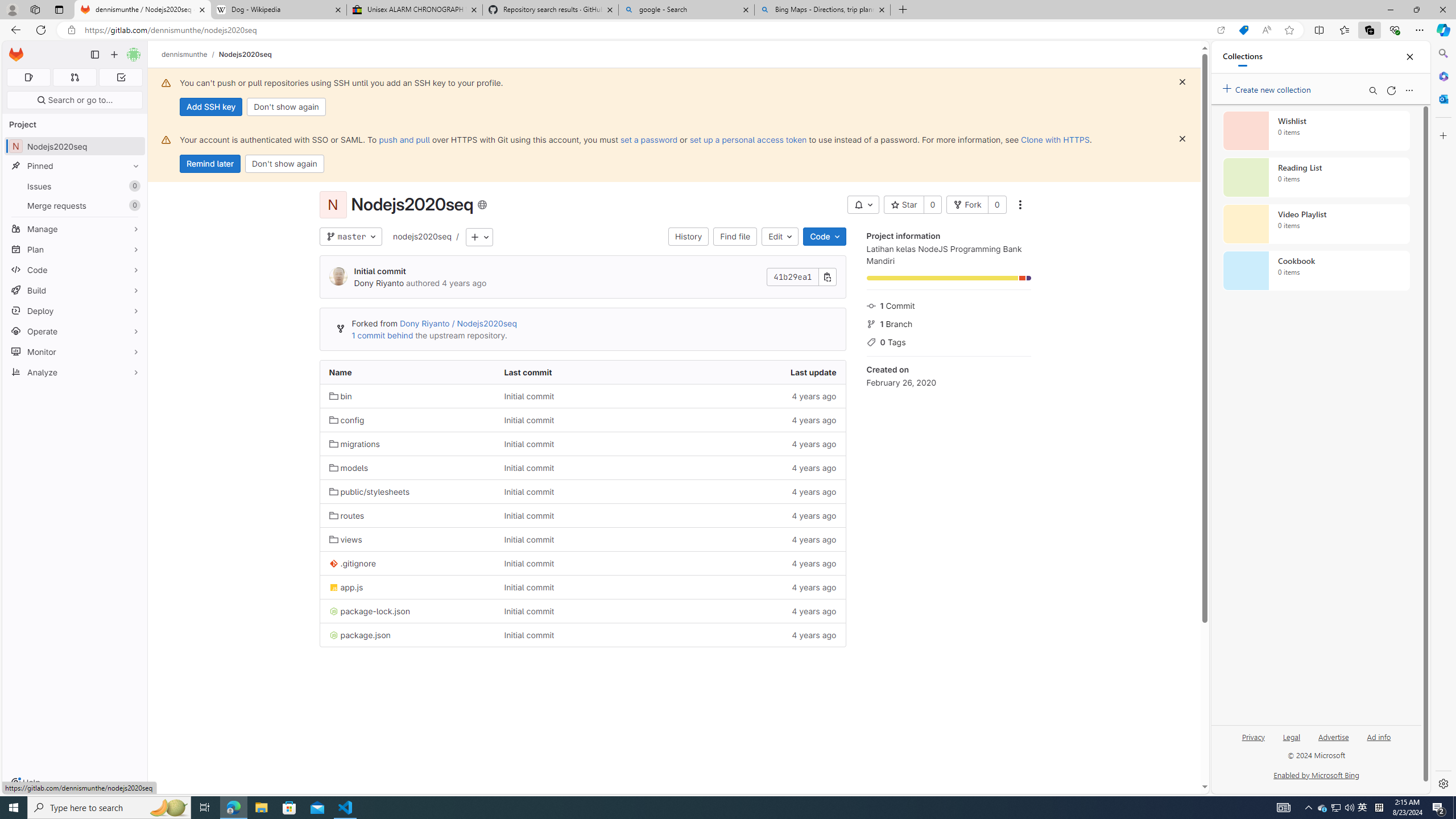  I want to click on 'Dony Riyanto', so click(338, 276).